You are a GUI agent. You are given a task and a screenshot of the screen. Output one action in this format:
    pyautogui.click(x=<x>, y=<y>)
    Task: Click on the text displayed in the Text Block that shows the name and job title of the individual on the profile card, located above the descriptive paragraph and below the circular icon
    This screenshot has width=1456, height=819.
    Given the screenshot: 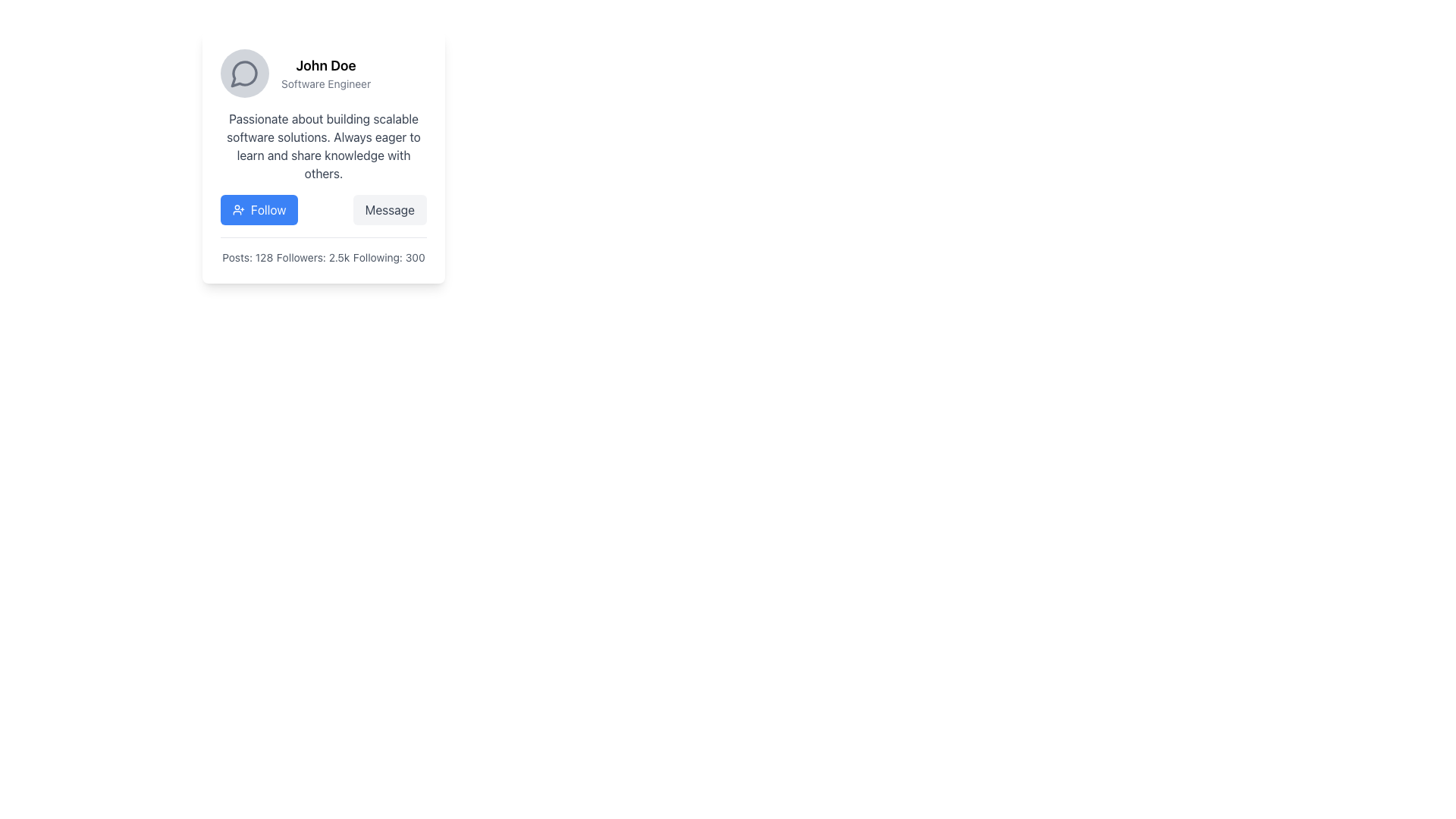 What is the action you would take?
    pyautogui.click(x=325, y=73)
    